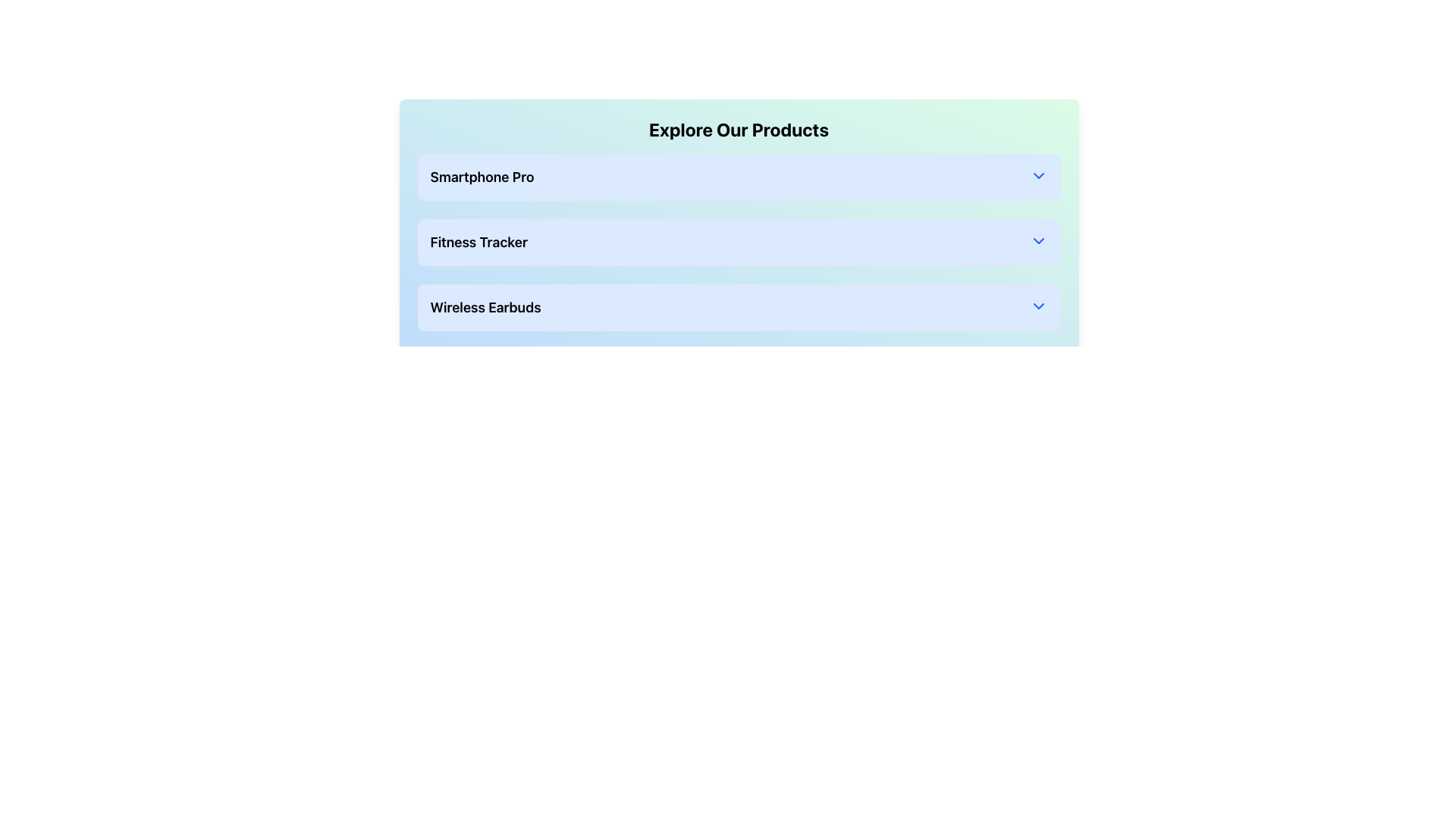  What do you see at coordinates (1037, 174) in the screenshot?
I see `the icon located at the right edge of the 'Smartphone Pro' list item` at bounding box center [1037, 174].